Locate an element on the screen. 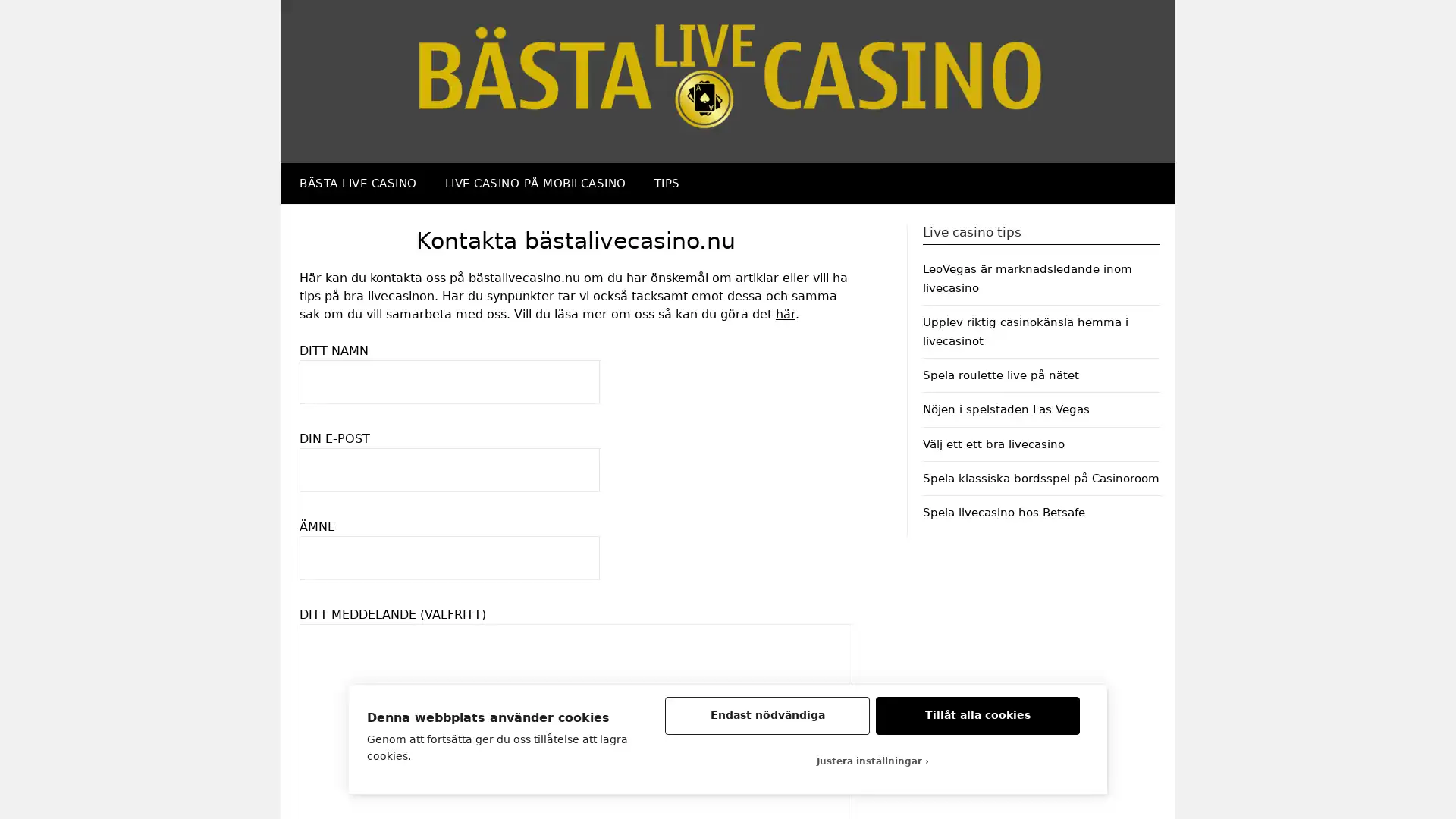  Justera installningar is located at coordinates (872, 761).